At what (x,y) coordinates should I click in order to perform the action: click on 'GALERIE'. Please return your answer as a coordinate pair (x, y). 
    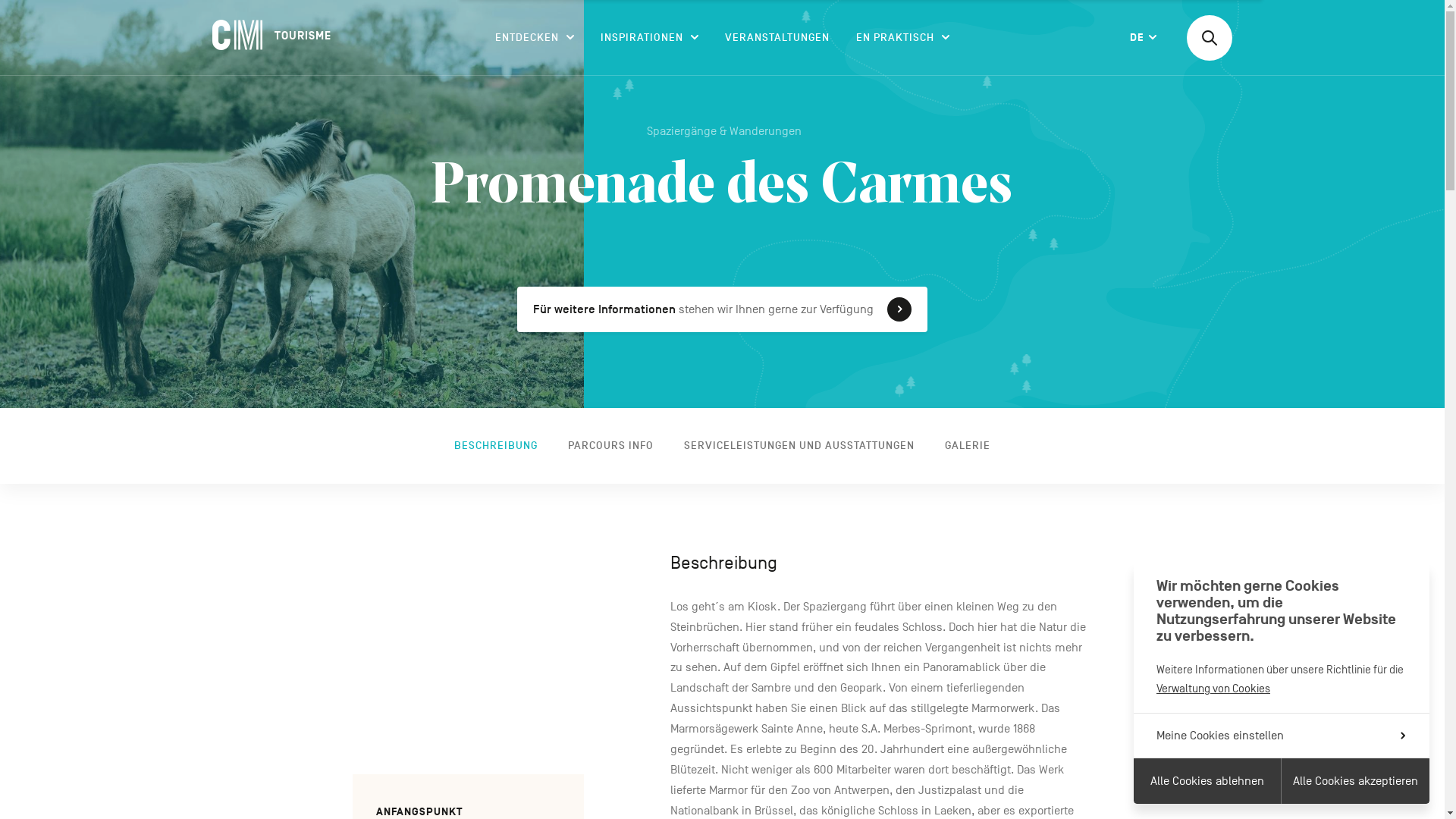
    Looking at the image, I should click on (967, 444).